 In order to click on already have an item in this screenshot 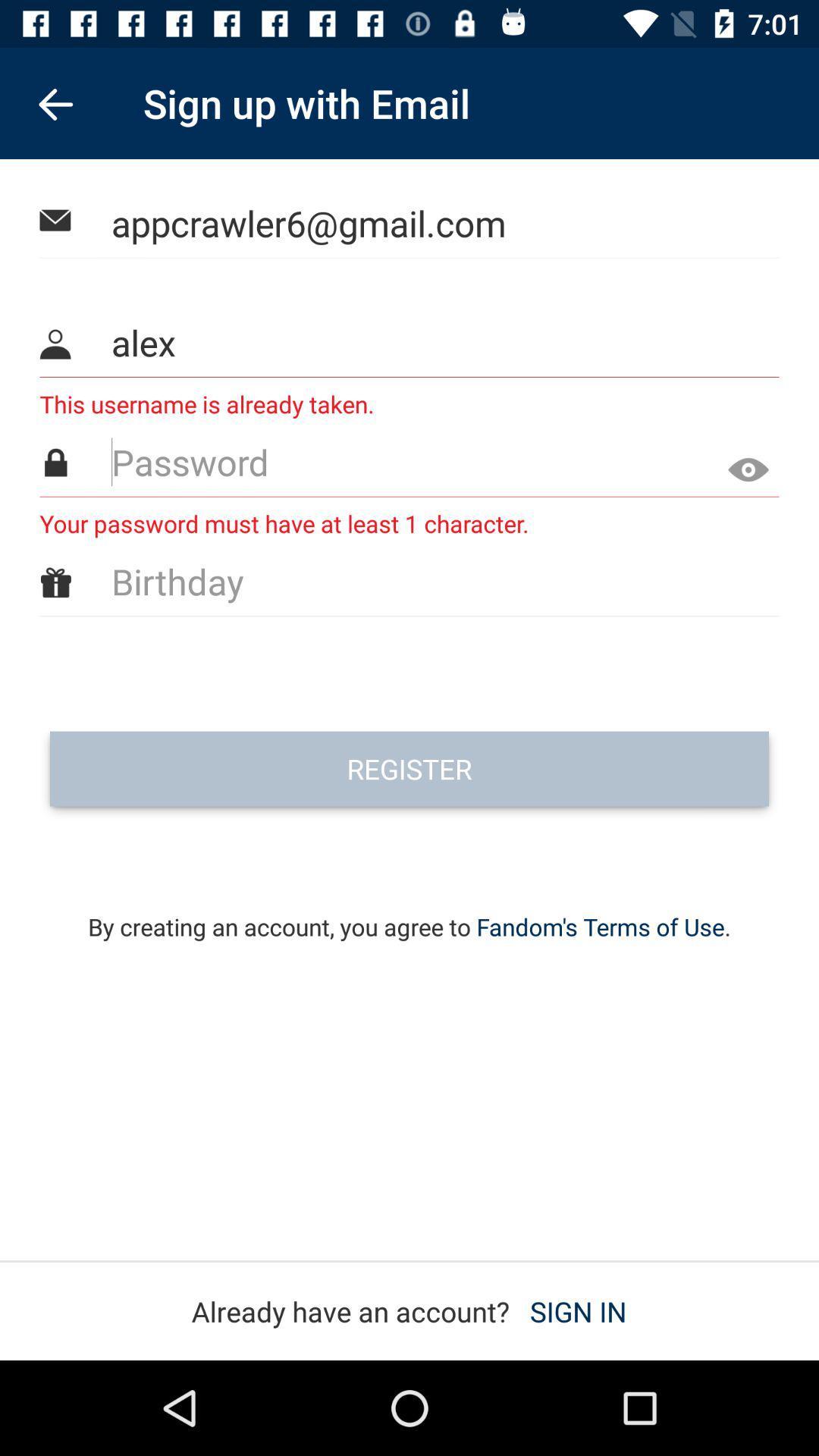, I will do `click(408, 1310)`.